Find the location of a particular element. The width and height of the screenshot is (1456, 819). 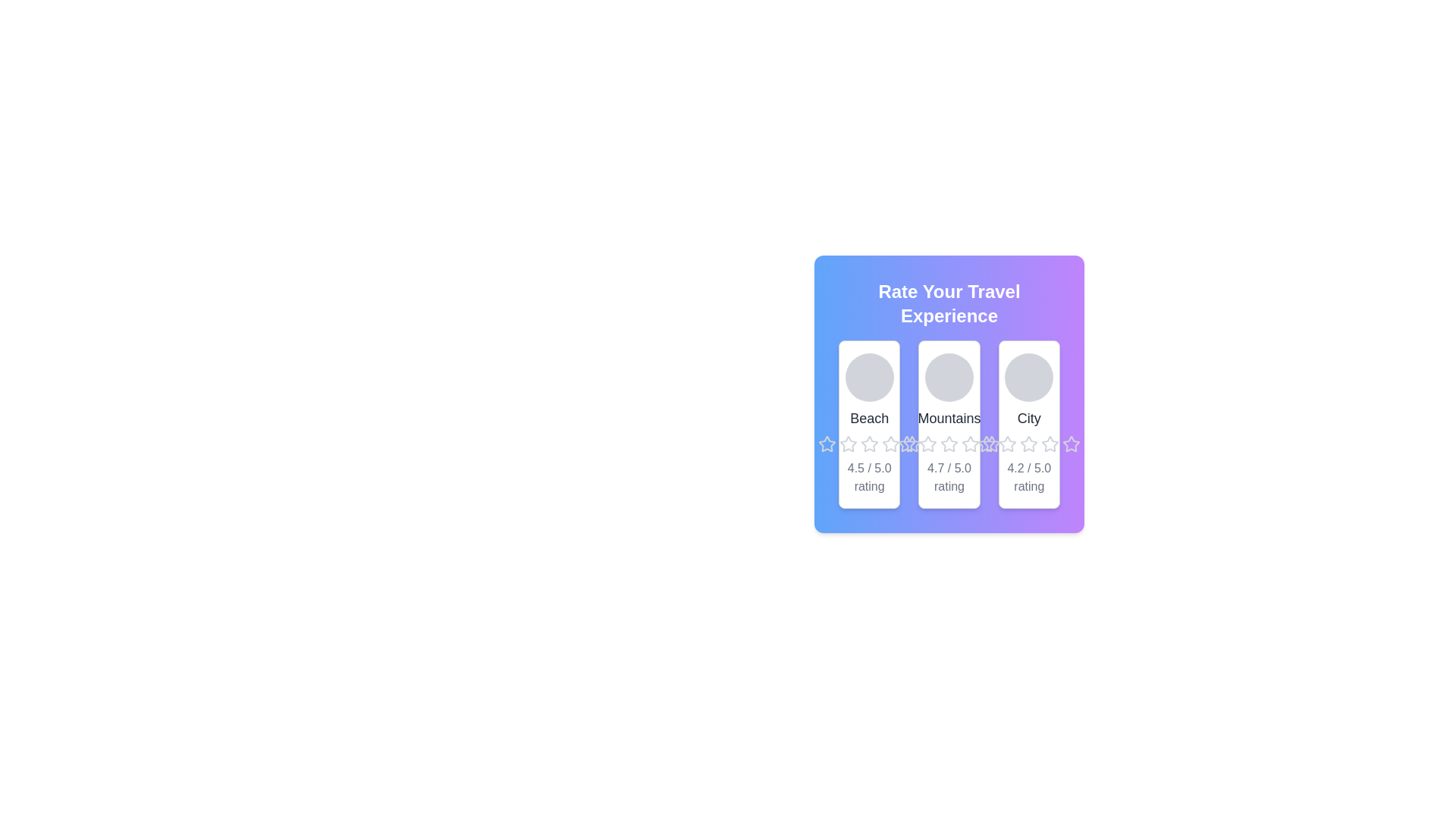

the second star in the five-star rating module for the 'Mountains' category is located at coordinates (987, 444).